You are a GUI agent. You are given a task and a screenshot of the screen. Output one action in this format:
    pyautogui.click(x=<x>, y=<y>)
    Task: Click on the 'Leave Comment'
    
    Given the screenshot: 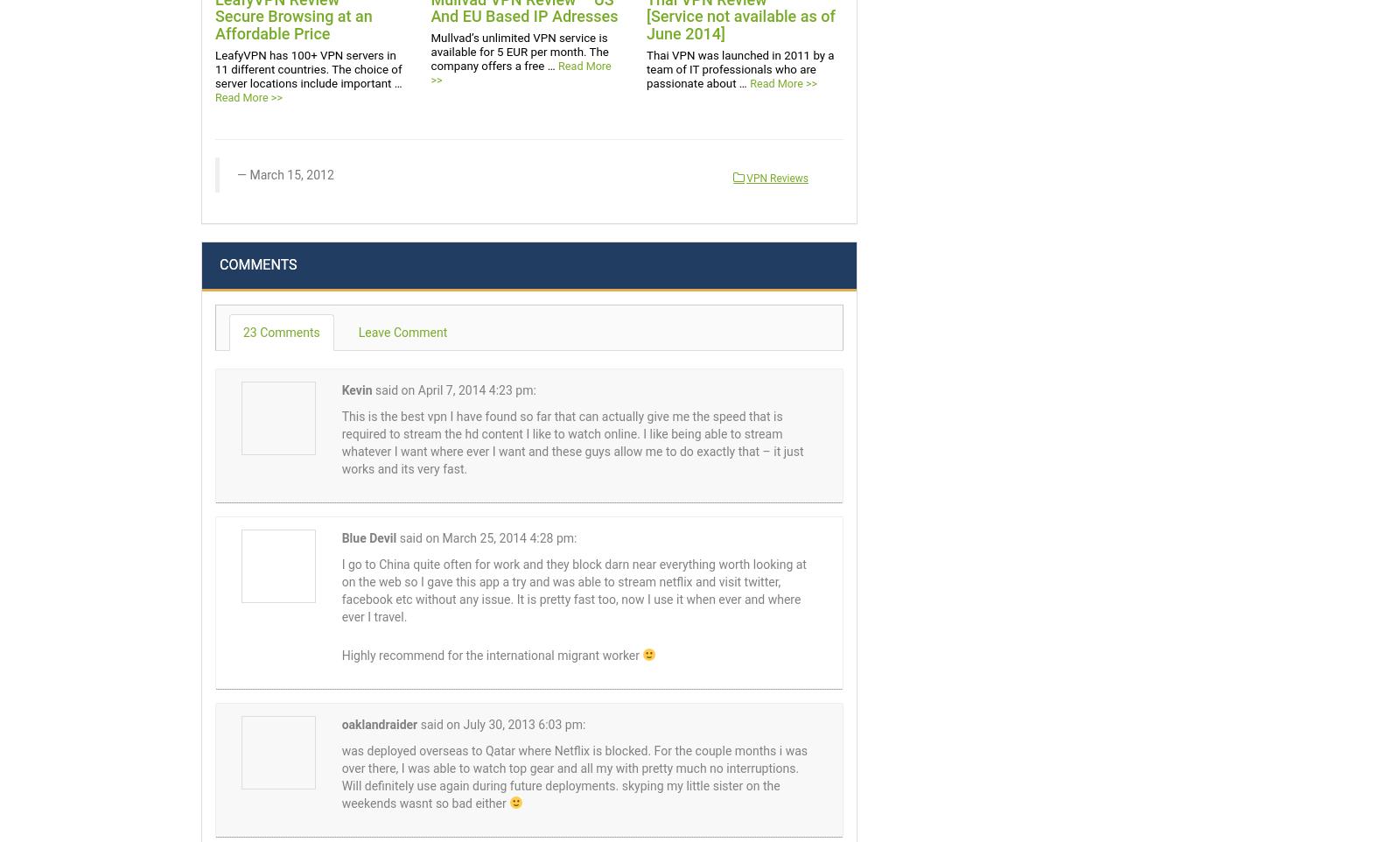 What is the action you would take?
    pyautogui.click(x=401, y=332)
    